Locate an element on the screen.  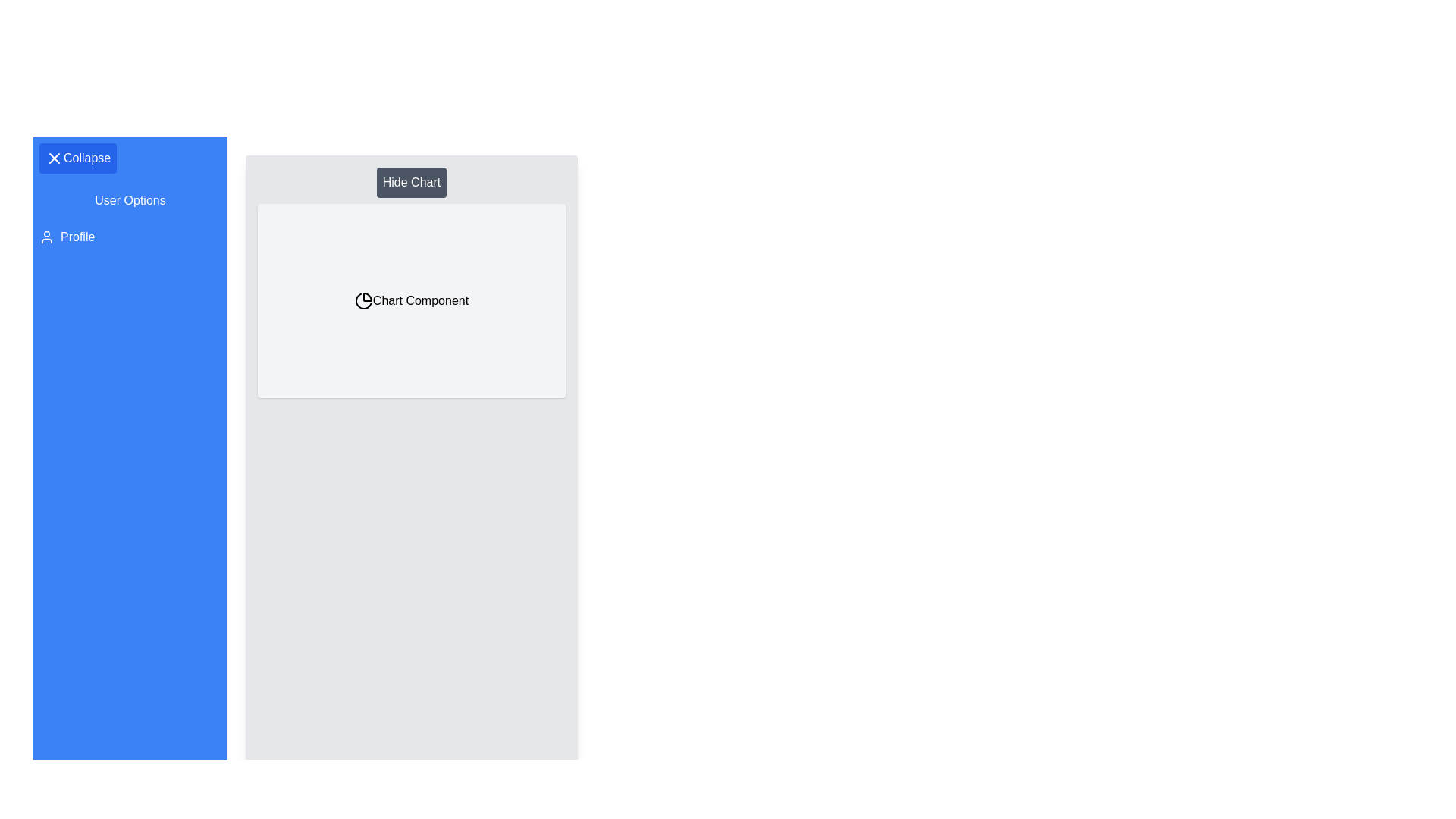
the user profile silhouette icon located in the sidebar menu, adjacent to the 'Profile' label is located at coordinates (47, 237).